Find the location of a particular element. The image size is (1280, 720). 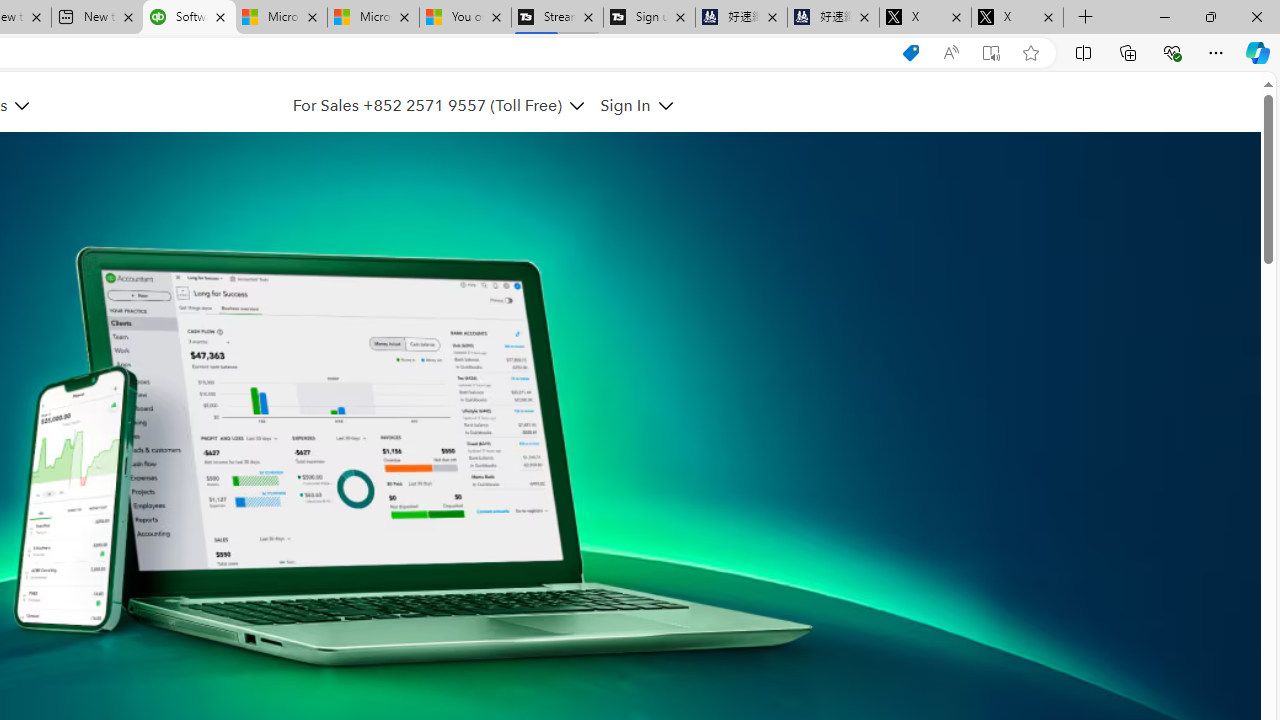

'Enter Immersive Reader (F9)' is located at coordinates (991, 52).